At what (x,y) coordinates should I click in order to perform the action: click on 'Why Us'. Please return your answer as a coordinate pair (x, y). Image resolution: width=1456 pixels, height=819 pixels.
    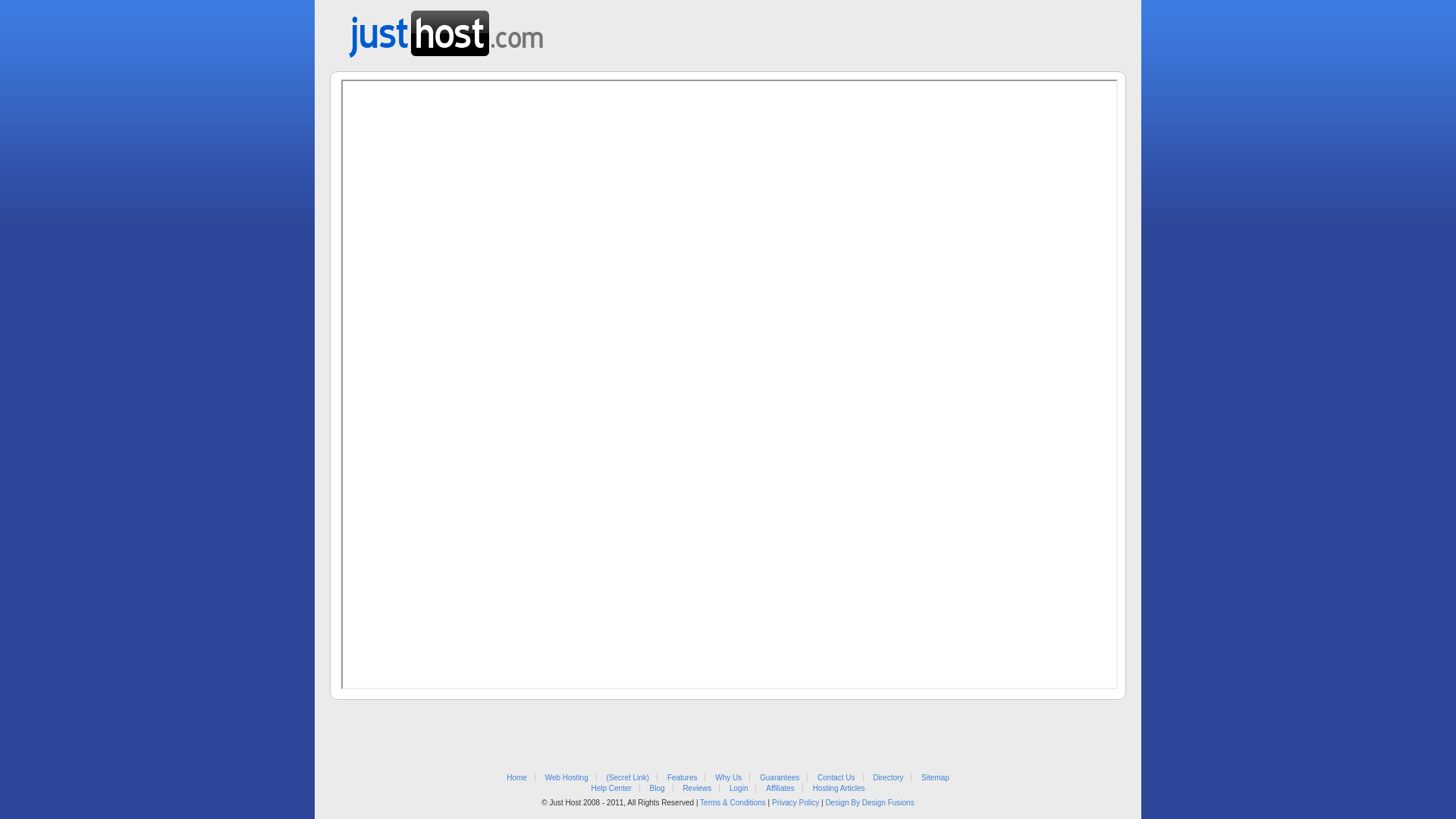
    Looking at the image, I should click on (714, 777).